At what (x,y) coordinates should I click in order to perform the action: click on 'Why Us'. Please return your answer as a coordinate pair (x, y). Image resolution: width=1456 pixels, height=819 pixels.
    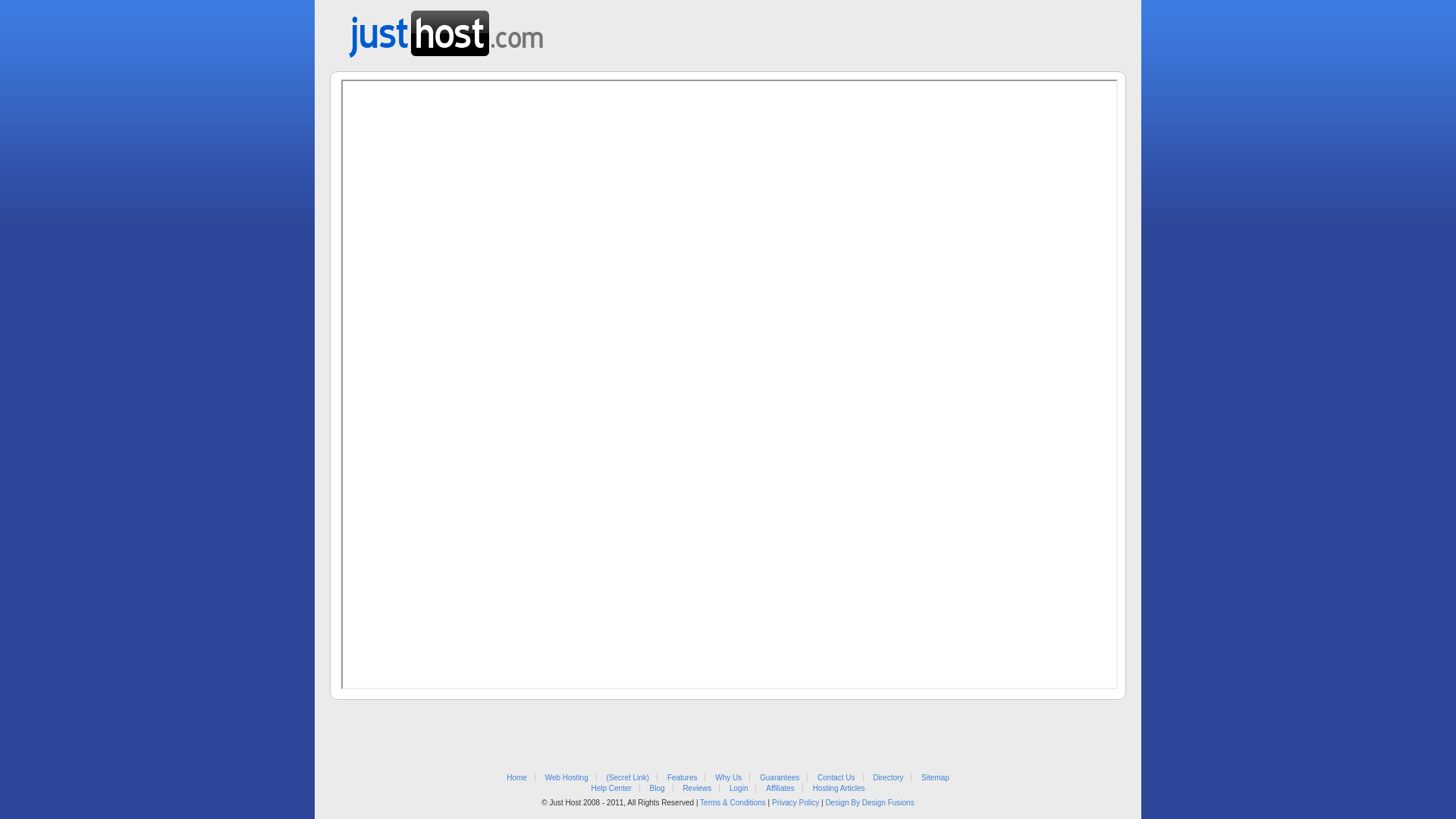
    Looking at the image, I should click on (714, 777).